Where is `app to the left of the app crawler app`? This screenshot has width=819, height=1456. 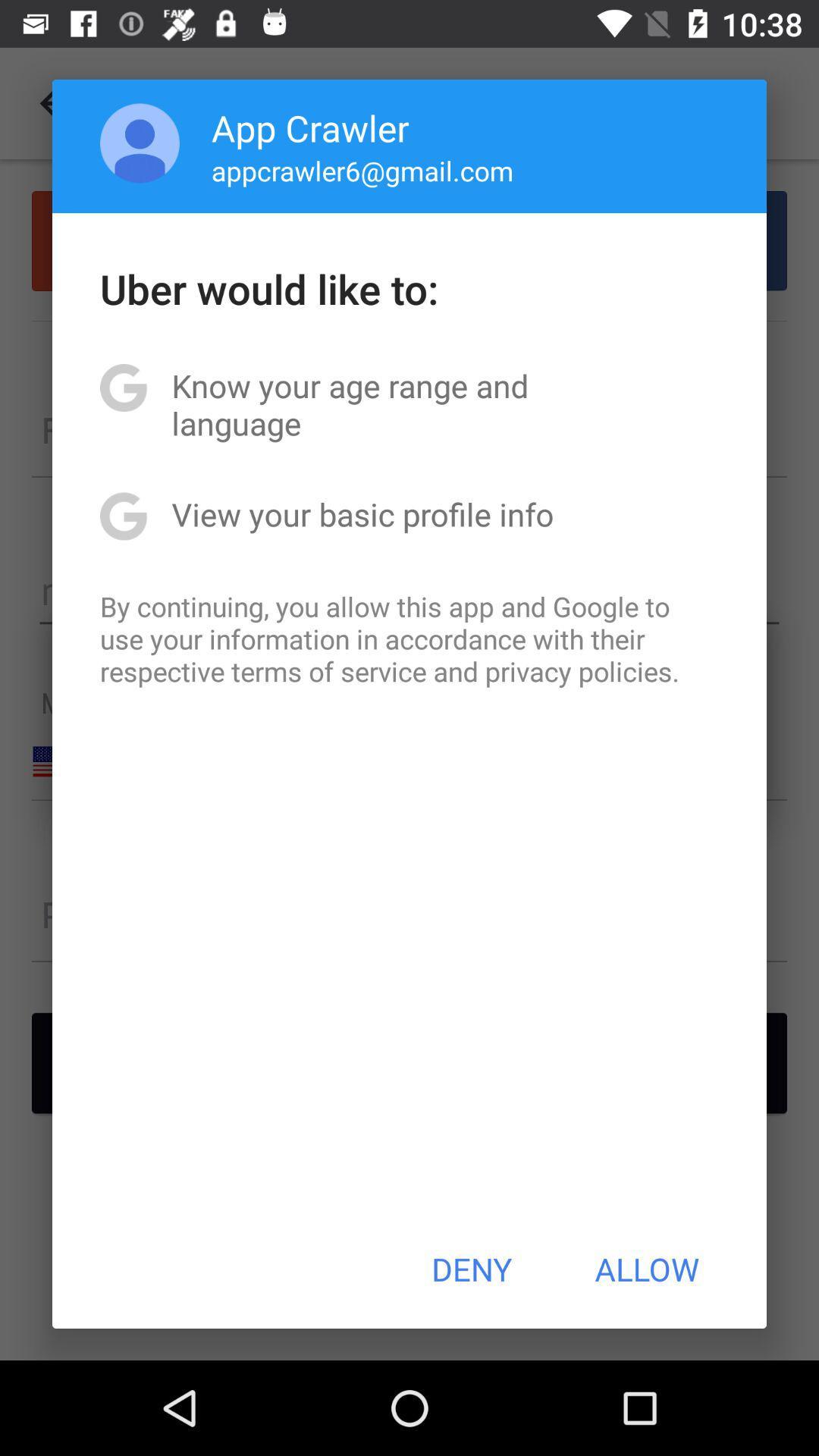 app to the left of the app crawler app is located at coordinates (140, 143).